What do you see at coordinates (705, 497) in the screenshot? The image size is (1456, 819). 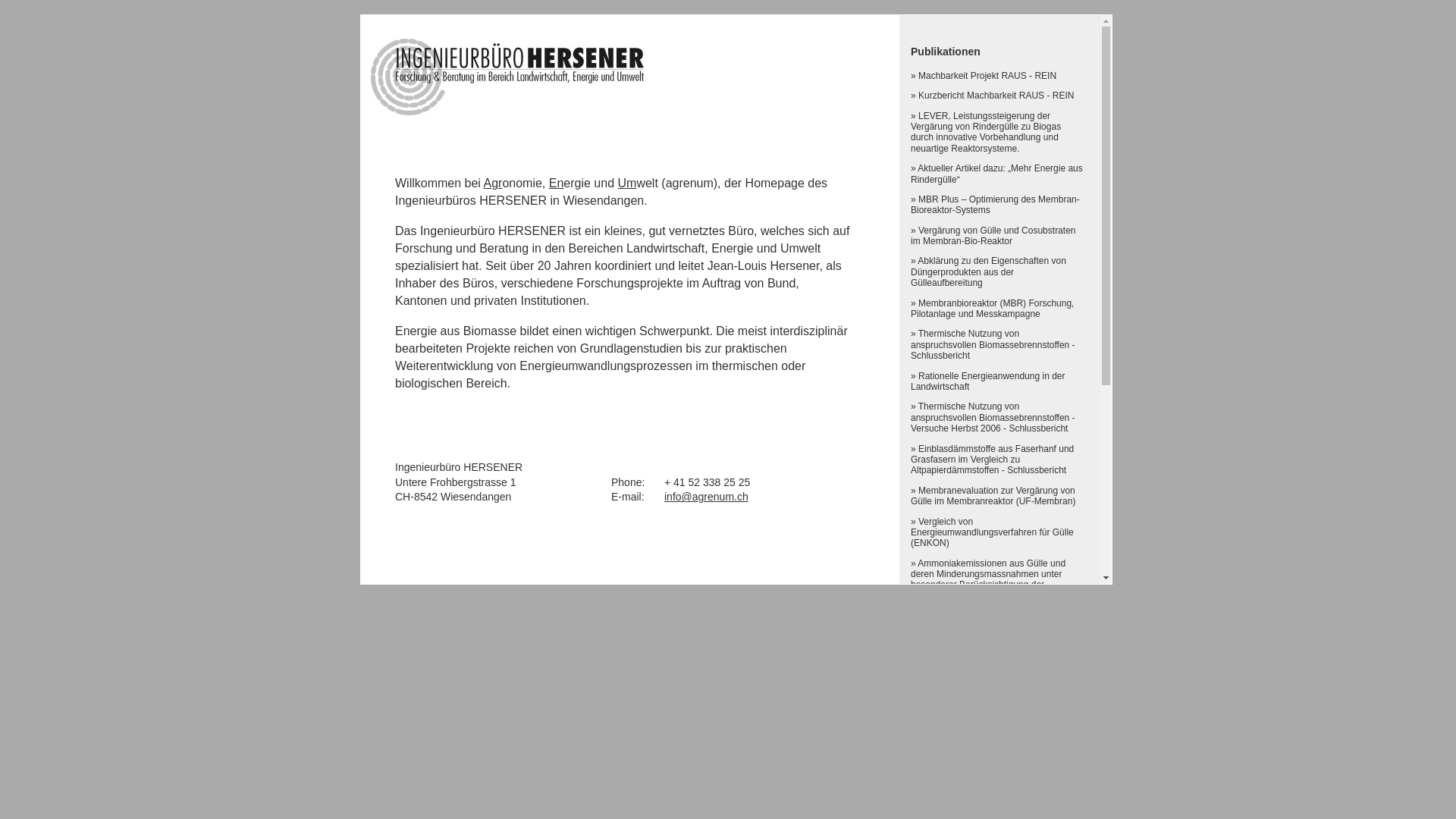 I see `'info@agrenum.ch'` at bounding box center [705, 497].